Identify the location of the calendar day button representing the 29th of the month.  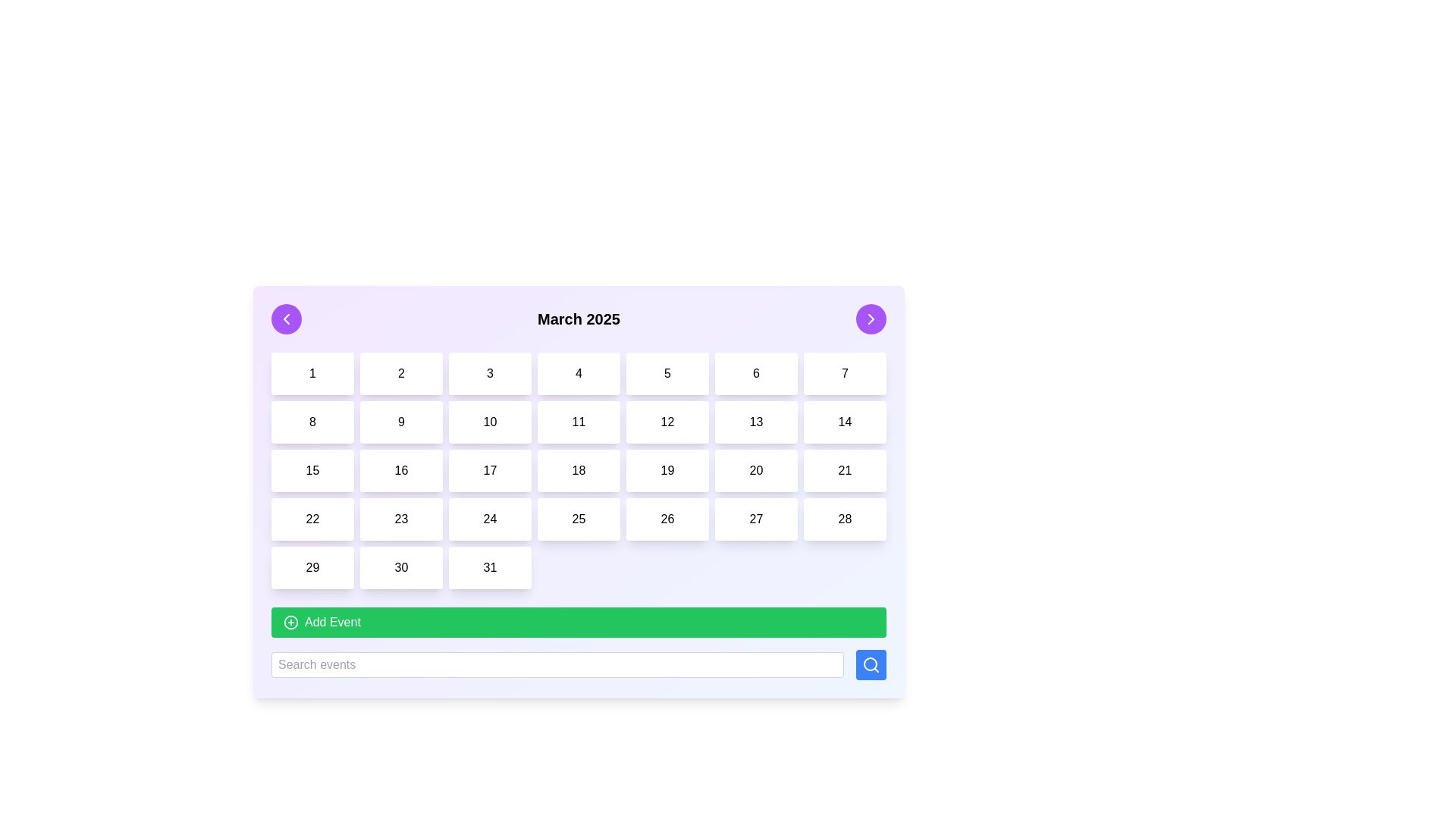
(312, 567).